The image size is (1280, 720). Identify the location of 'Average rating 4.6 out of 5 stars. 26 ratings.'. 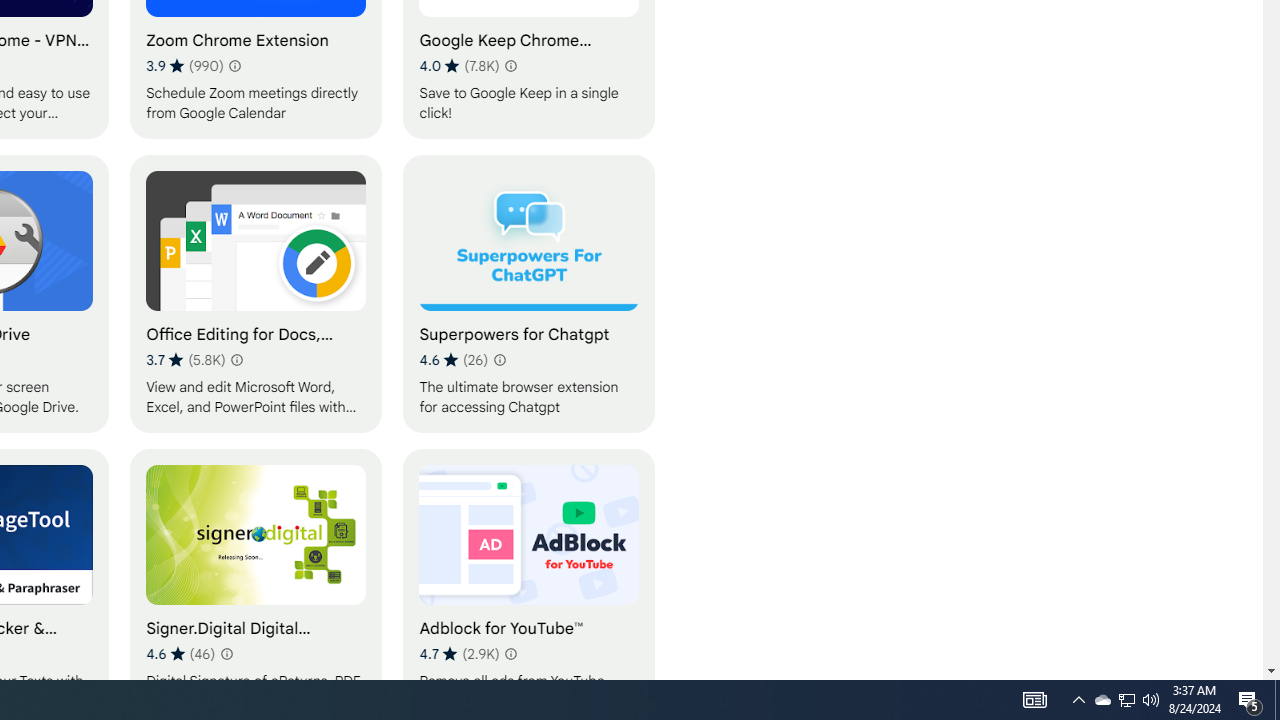
(452, 360).